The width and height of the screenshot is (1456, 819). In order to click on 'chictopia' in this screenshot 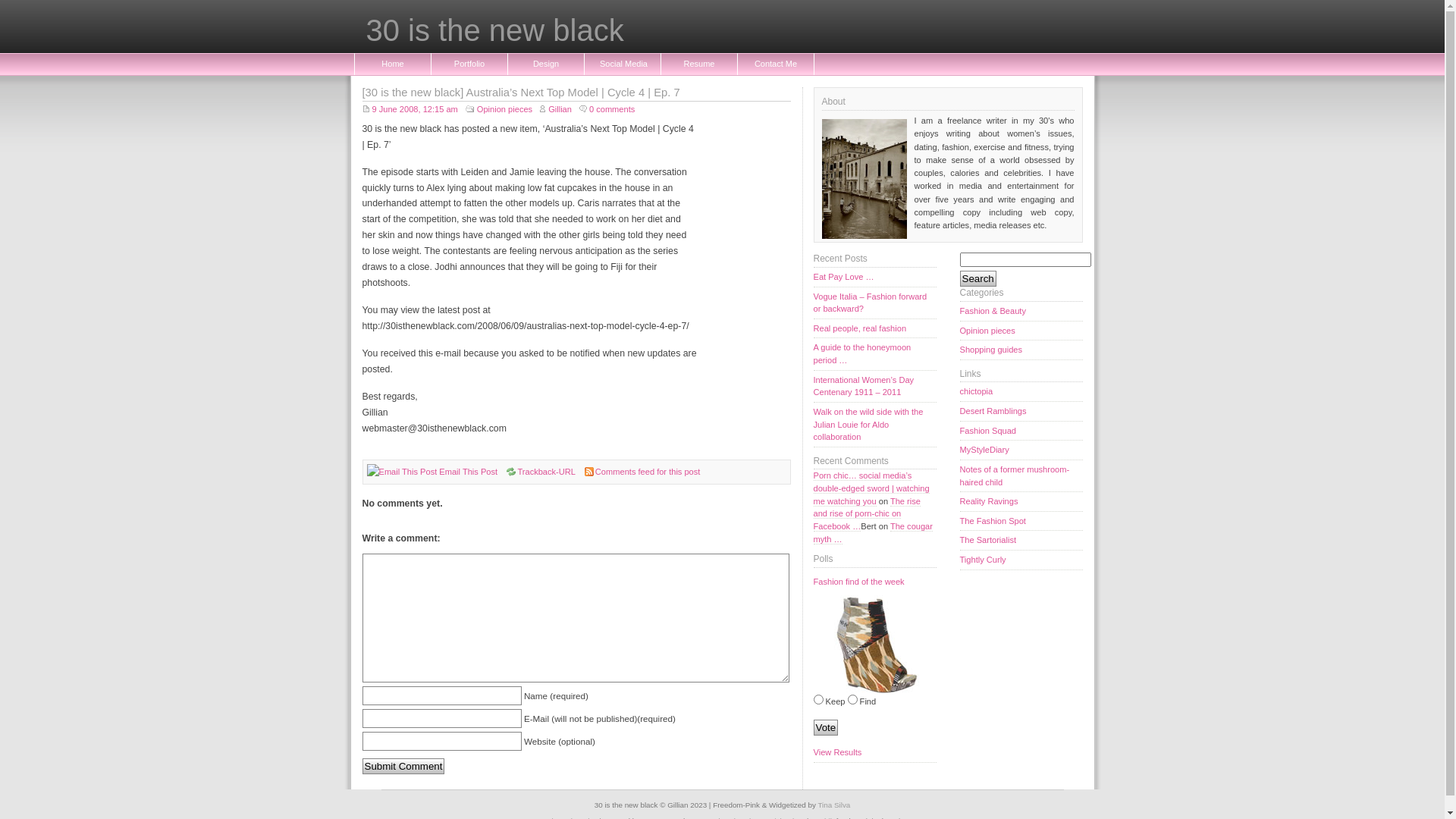, I will do `click(1021, 391)`.